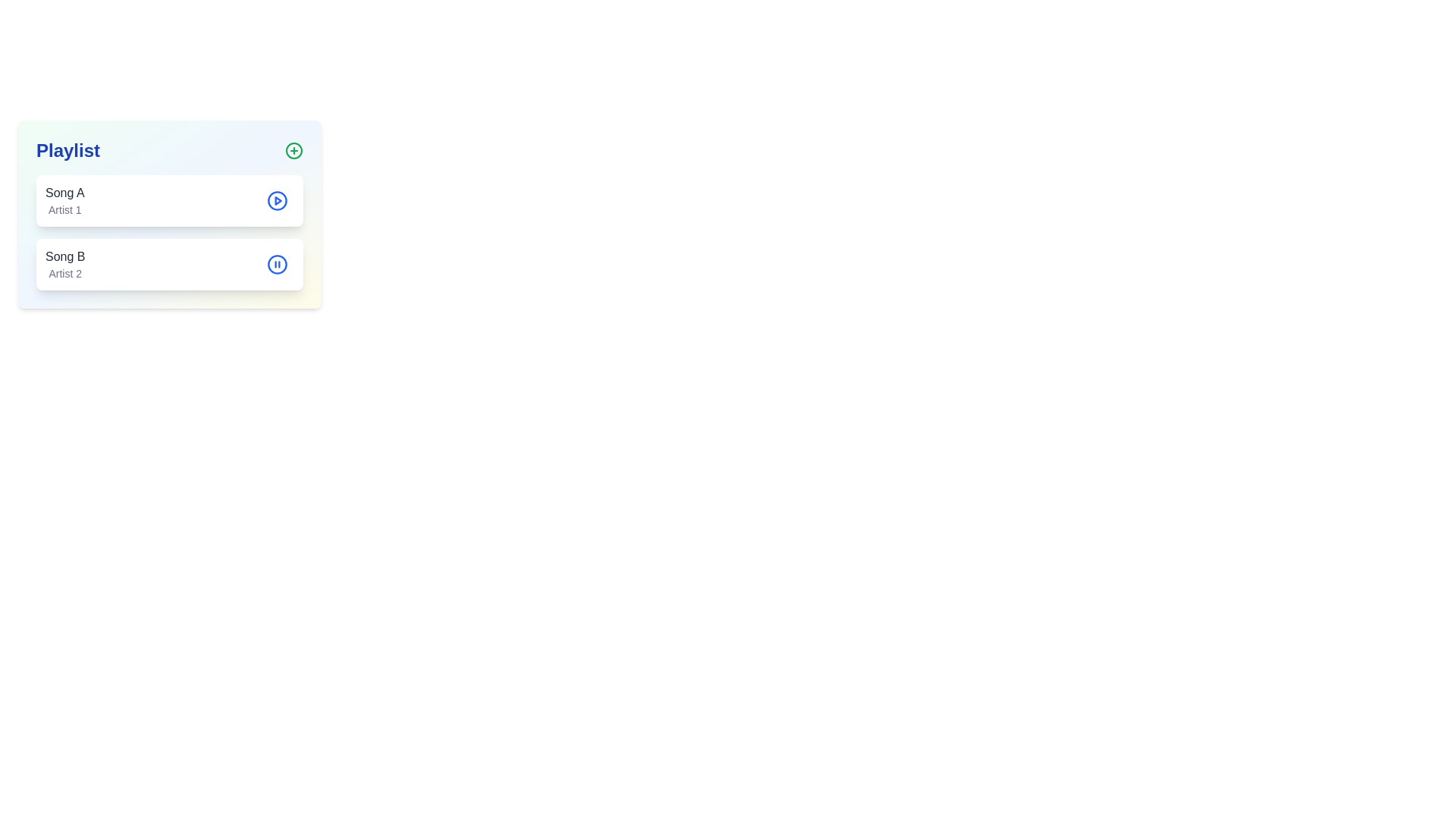 This screenshot has height=819, width=1456. What do you see at coordinates (64, 263) in the screenshot?
I see `the textual information display for the second item` at bounding box center [64, 263].